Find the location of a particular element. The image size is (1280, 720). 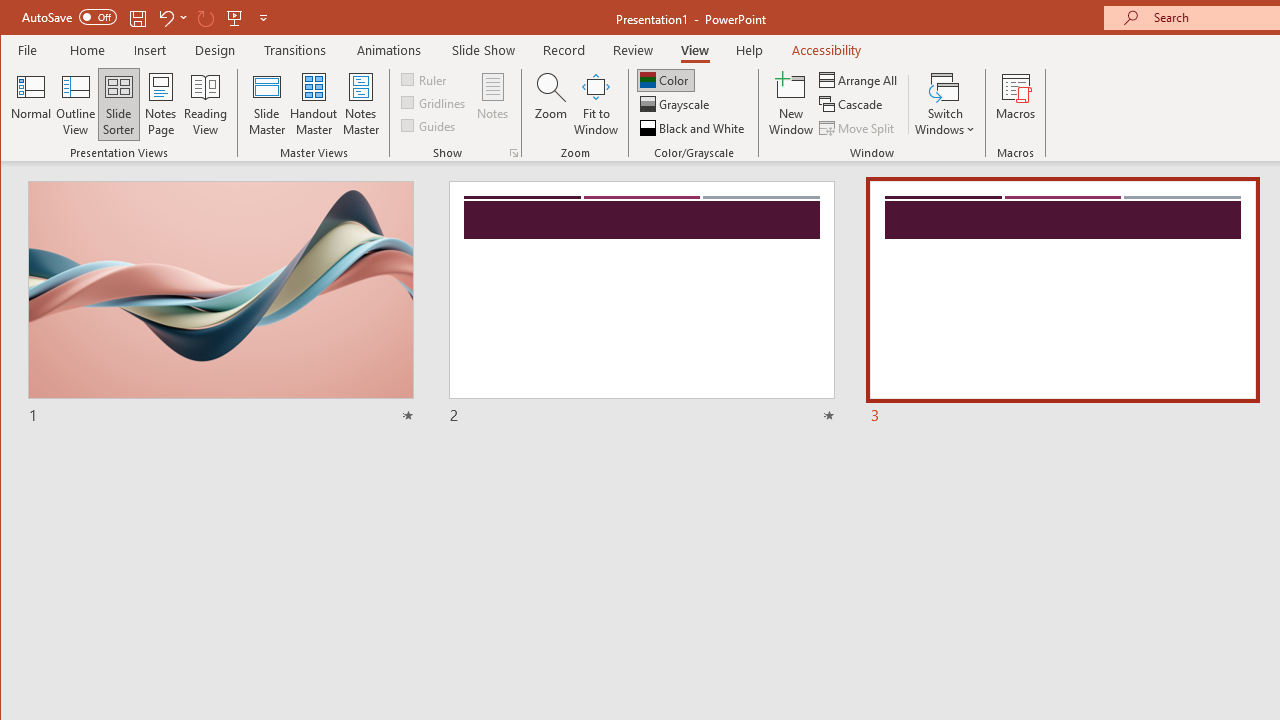

'Guides' is located at coordinates (429, 125).